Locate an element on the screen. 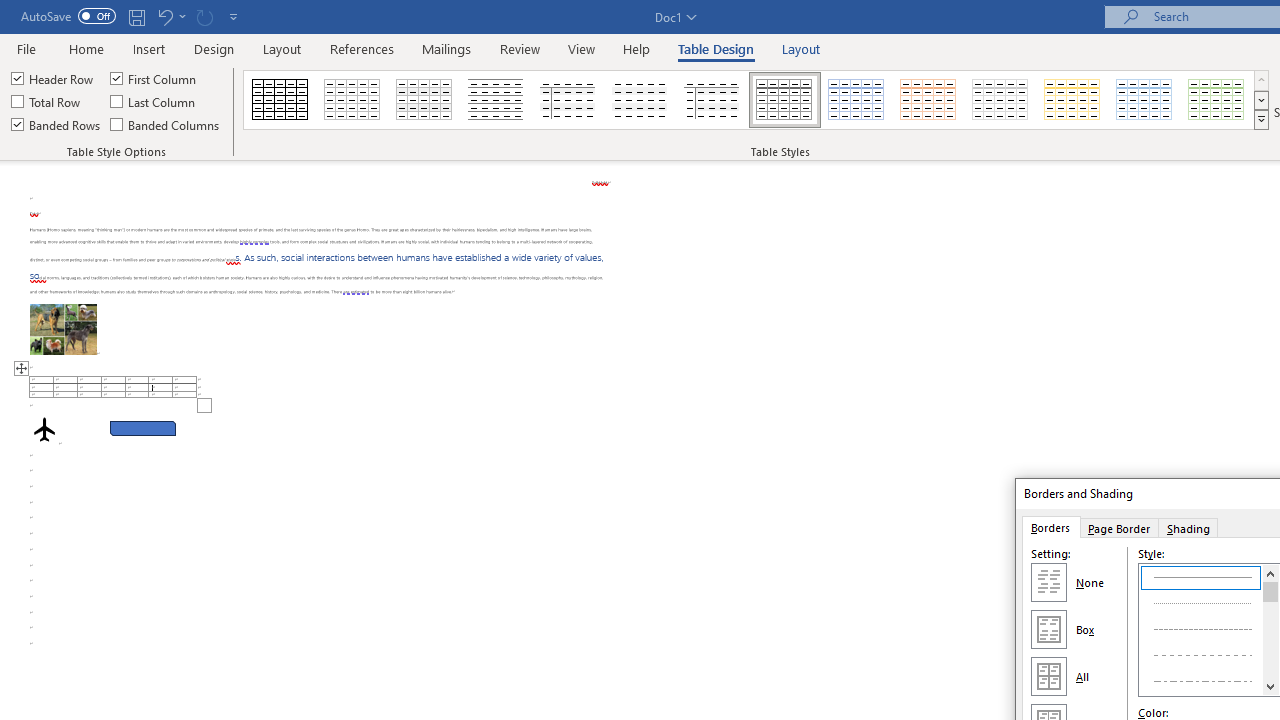  'None' is located at coordinates (1047, 582).